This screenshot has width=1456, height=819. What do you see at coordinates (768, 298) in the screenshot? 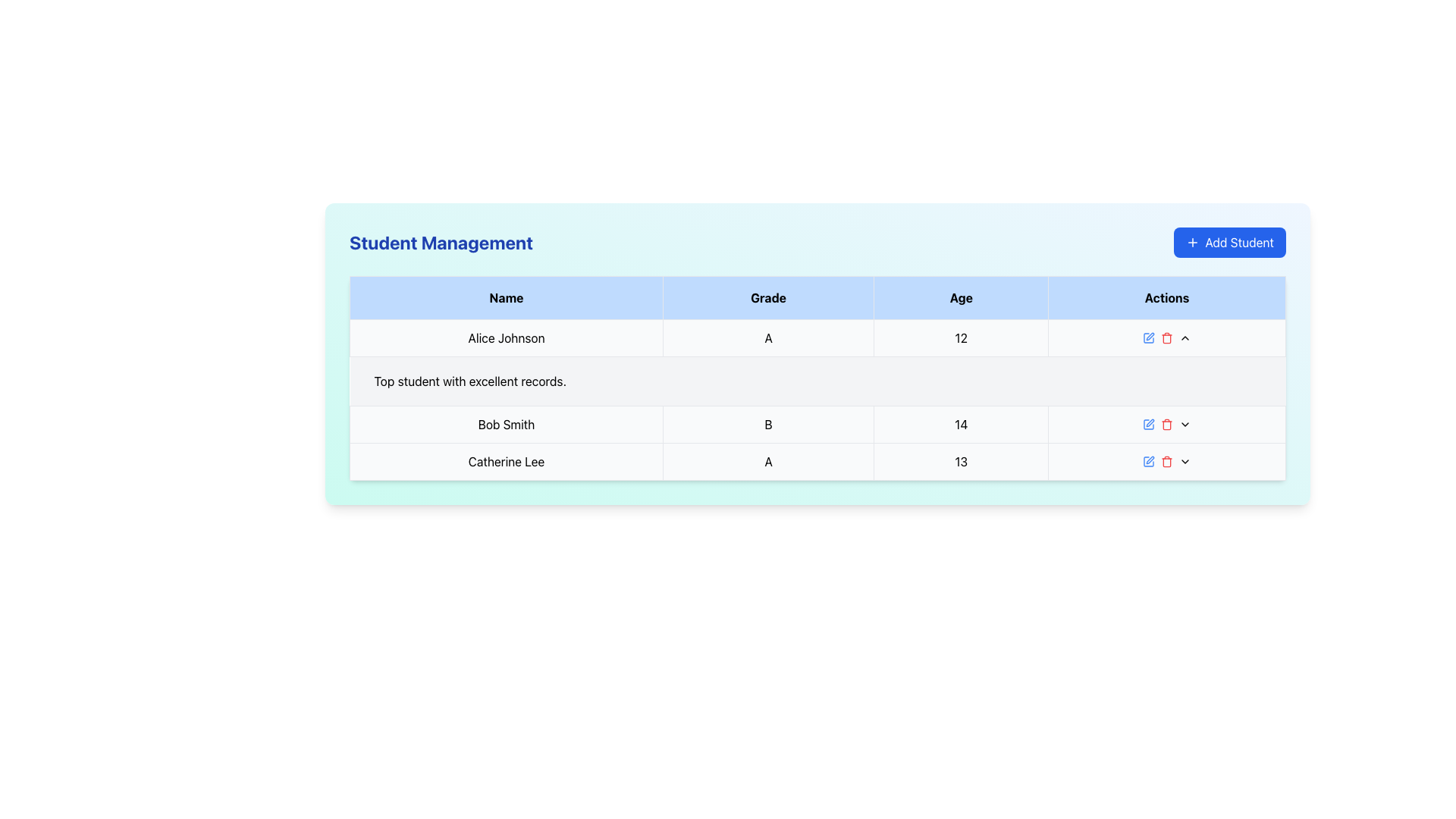
I see `the 'Grade' table header, which is the second column in the header row of a table, located on a blue background with bold text` at bounding box center [768, 298].